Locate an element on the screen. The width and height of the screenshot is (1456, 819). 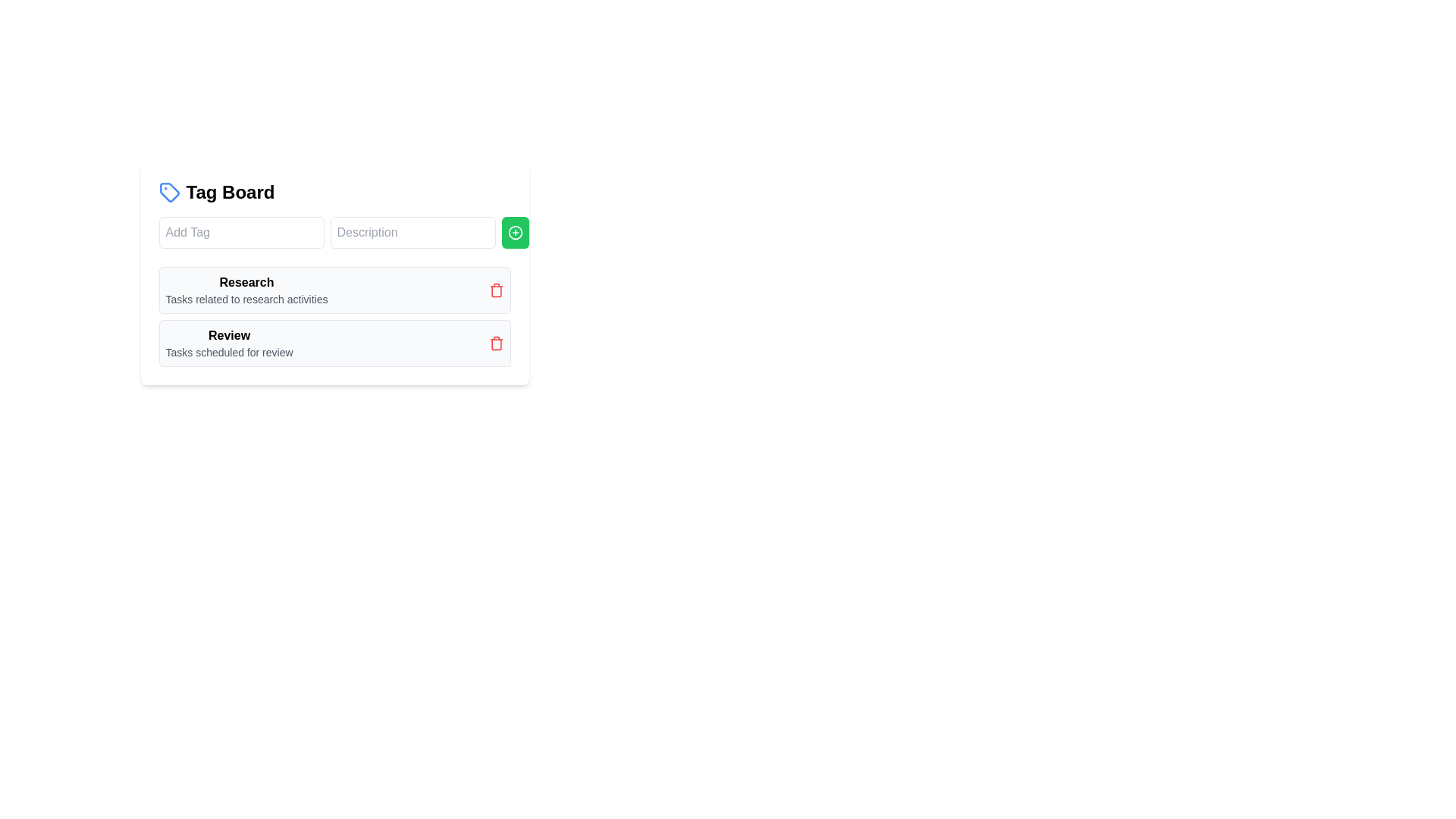
the blue tag icon located to the left of the text 'Tag Board', which has a white interior and a small blue dot near its center is located at coordinates (169, 192).